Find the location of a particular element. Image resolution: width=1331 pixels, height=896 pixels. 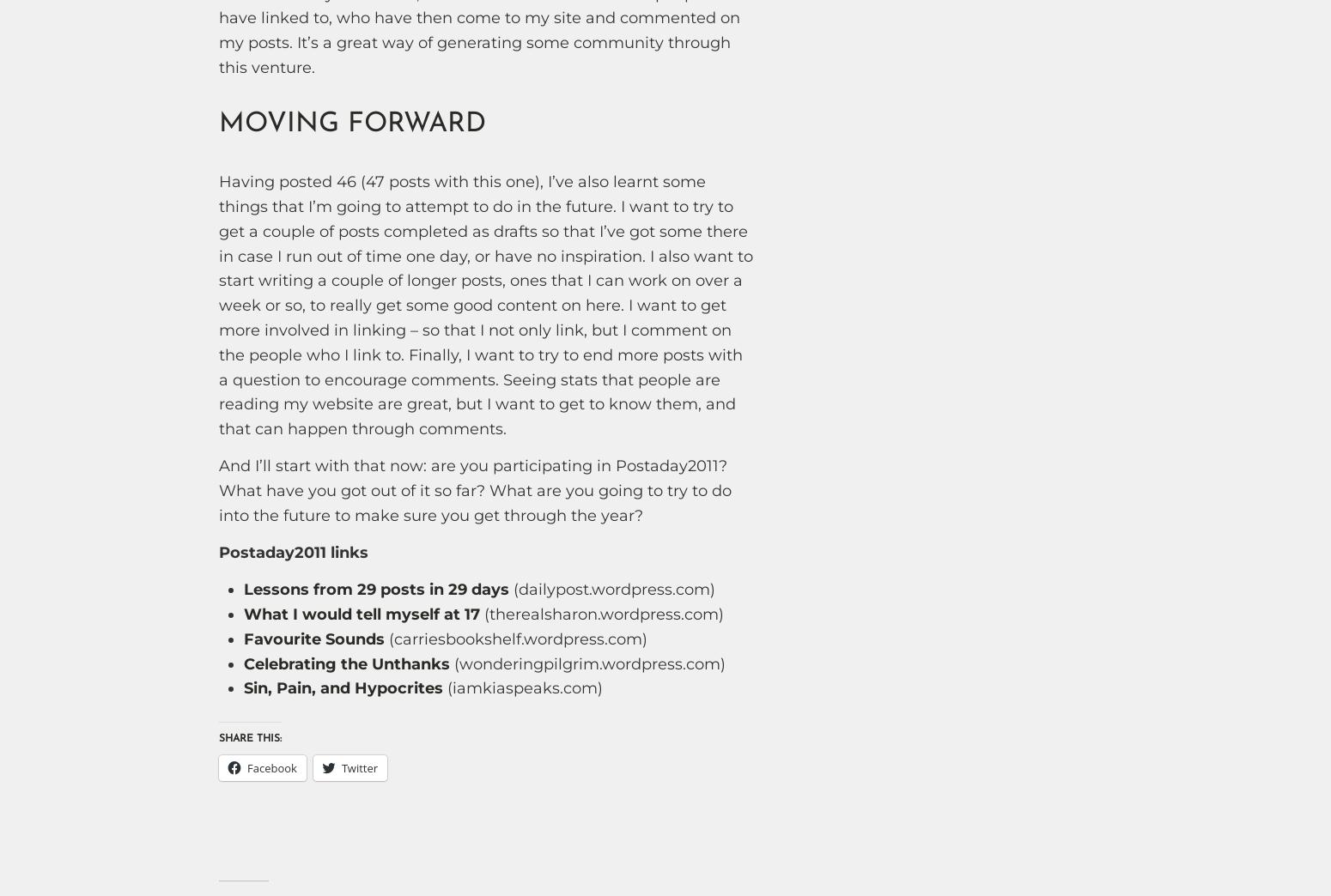

'Celebrating the Unthanks' is located at coordinates (346, 664).